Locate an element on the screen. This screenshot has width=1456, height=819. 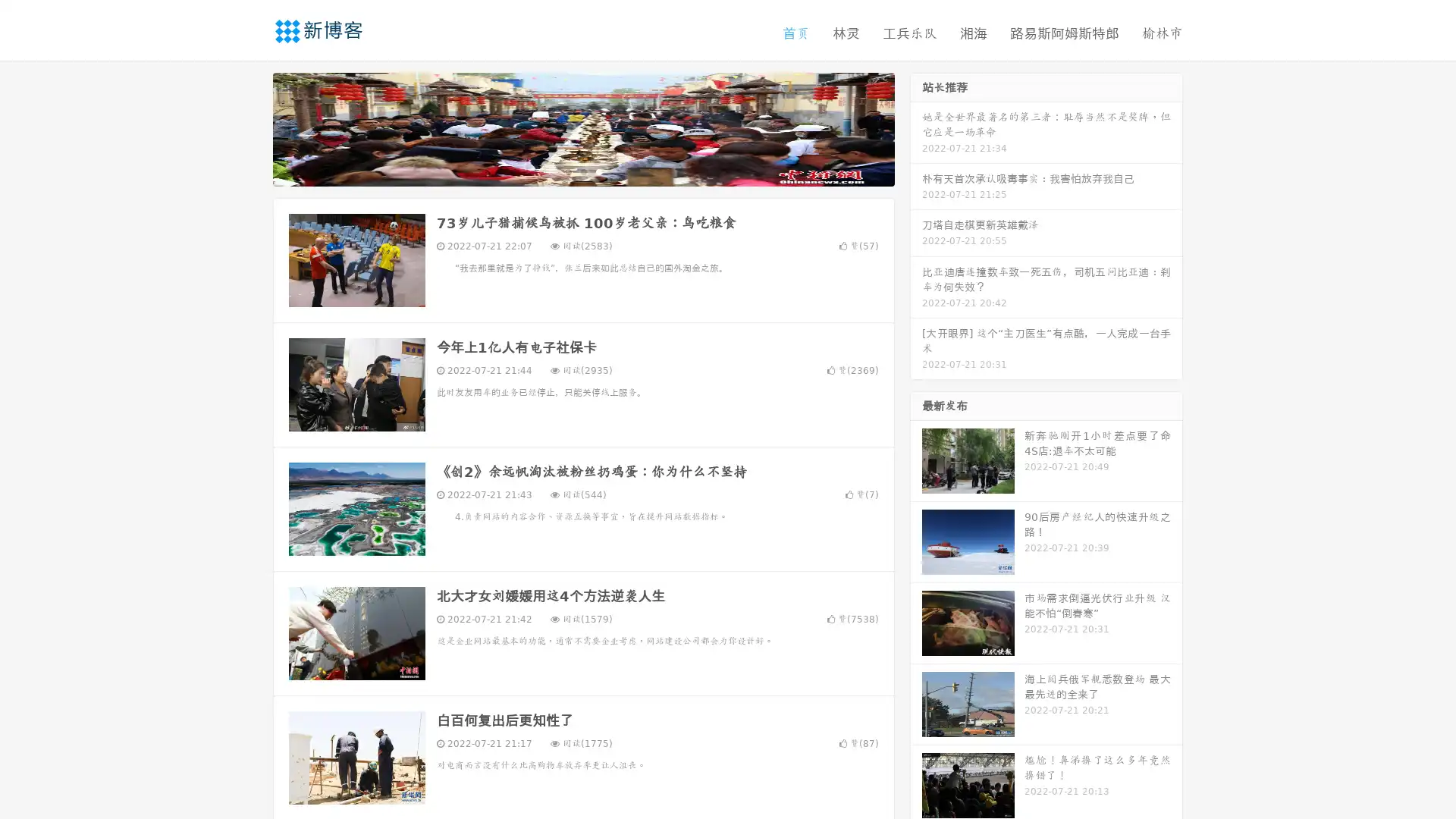
Next slide is located at coordinates (916, 127).